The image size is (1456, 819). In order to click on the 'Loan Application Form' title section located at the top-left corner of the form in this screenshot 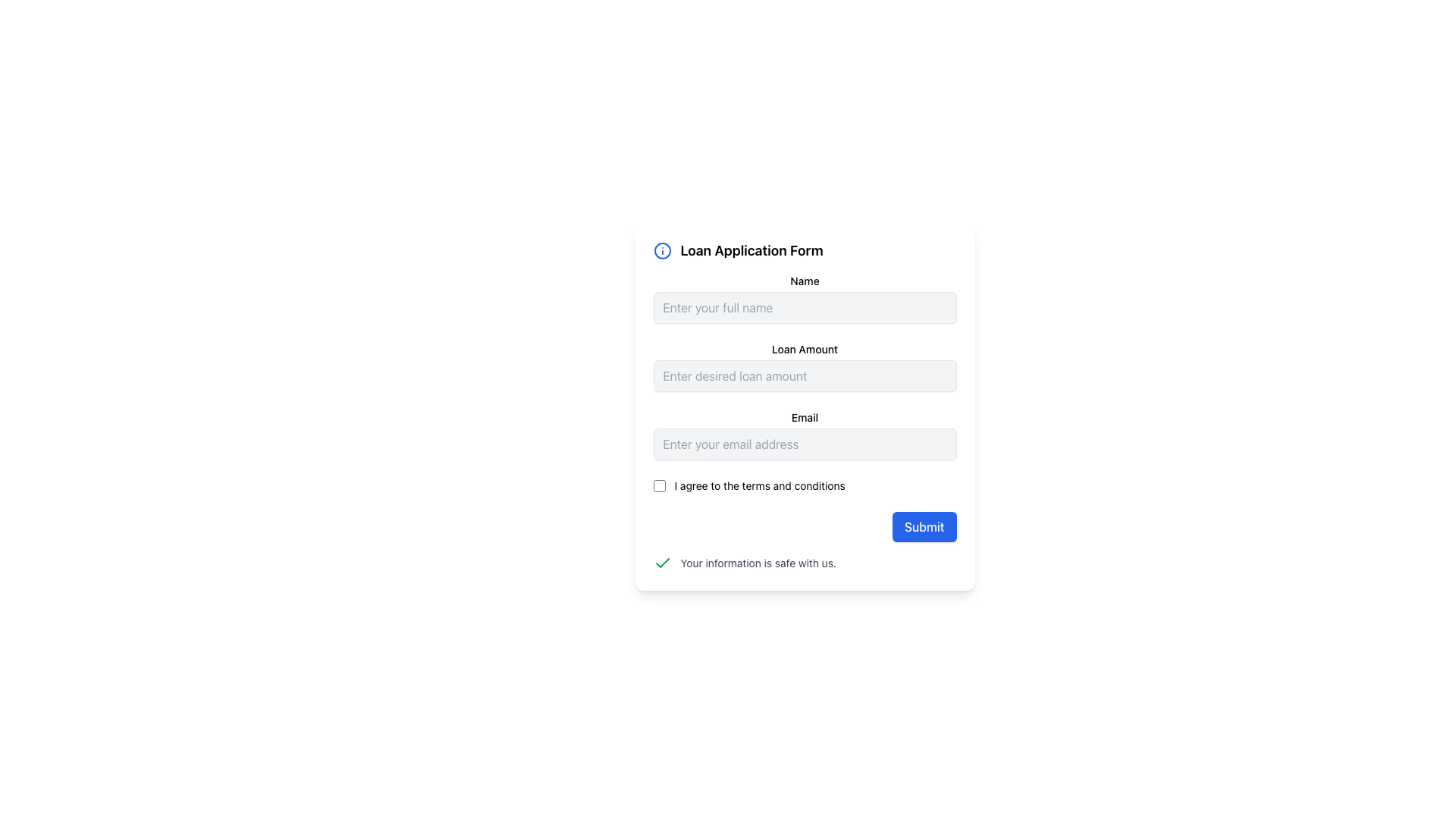, I will do `click(804, 250)`.